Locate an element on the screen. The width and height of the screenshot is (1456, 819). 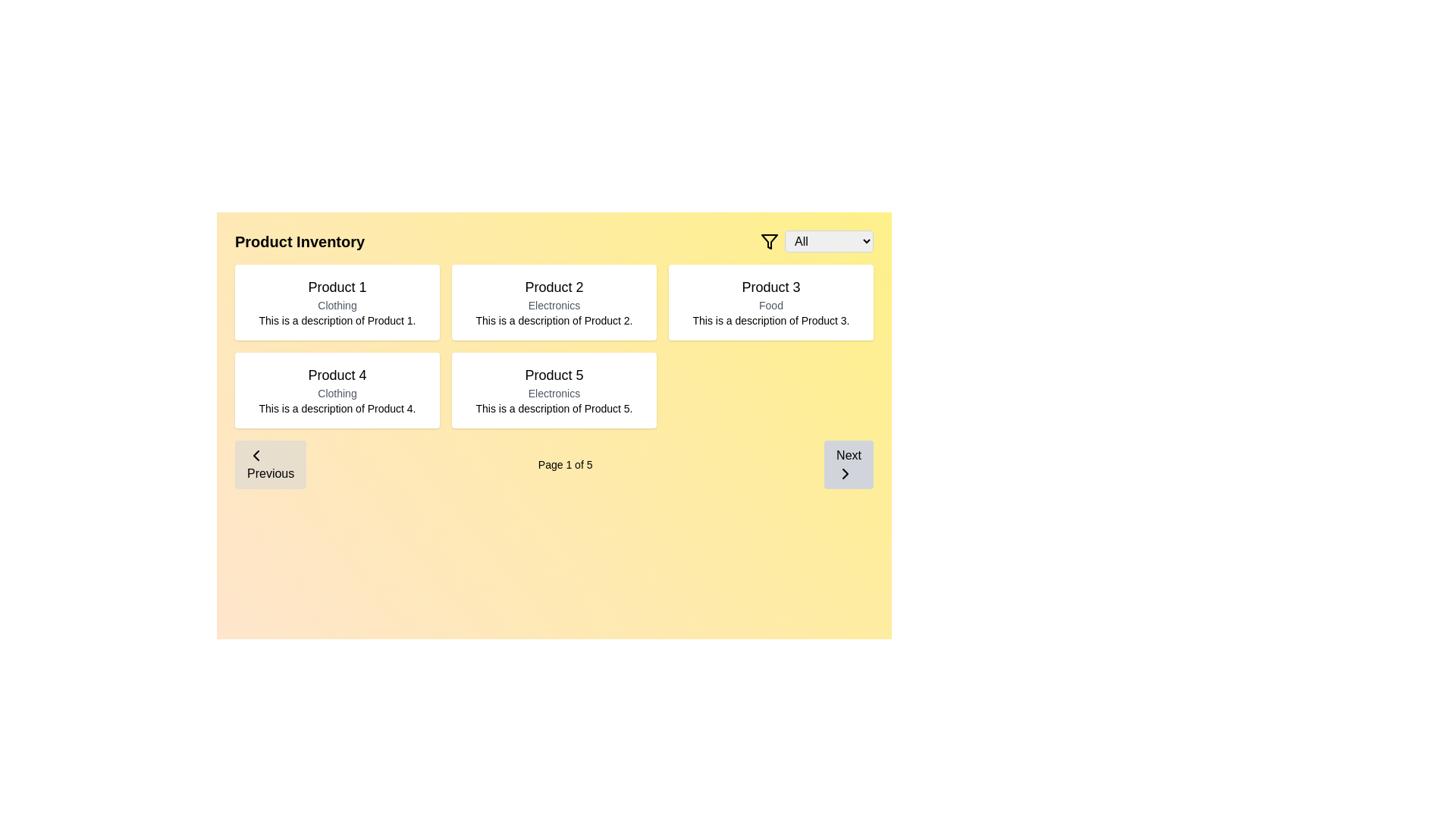
an option from the dropdown menu with gray border and rounded corners, labeled 'All', to filter the content is located at coordinates (828, 240).